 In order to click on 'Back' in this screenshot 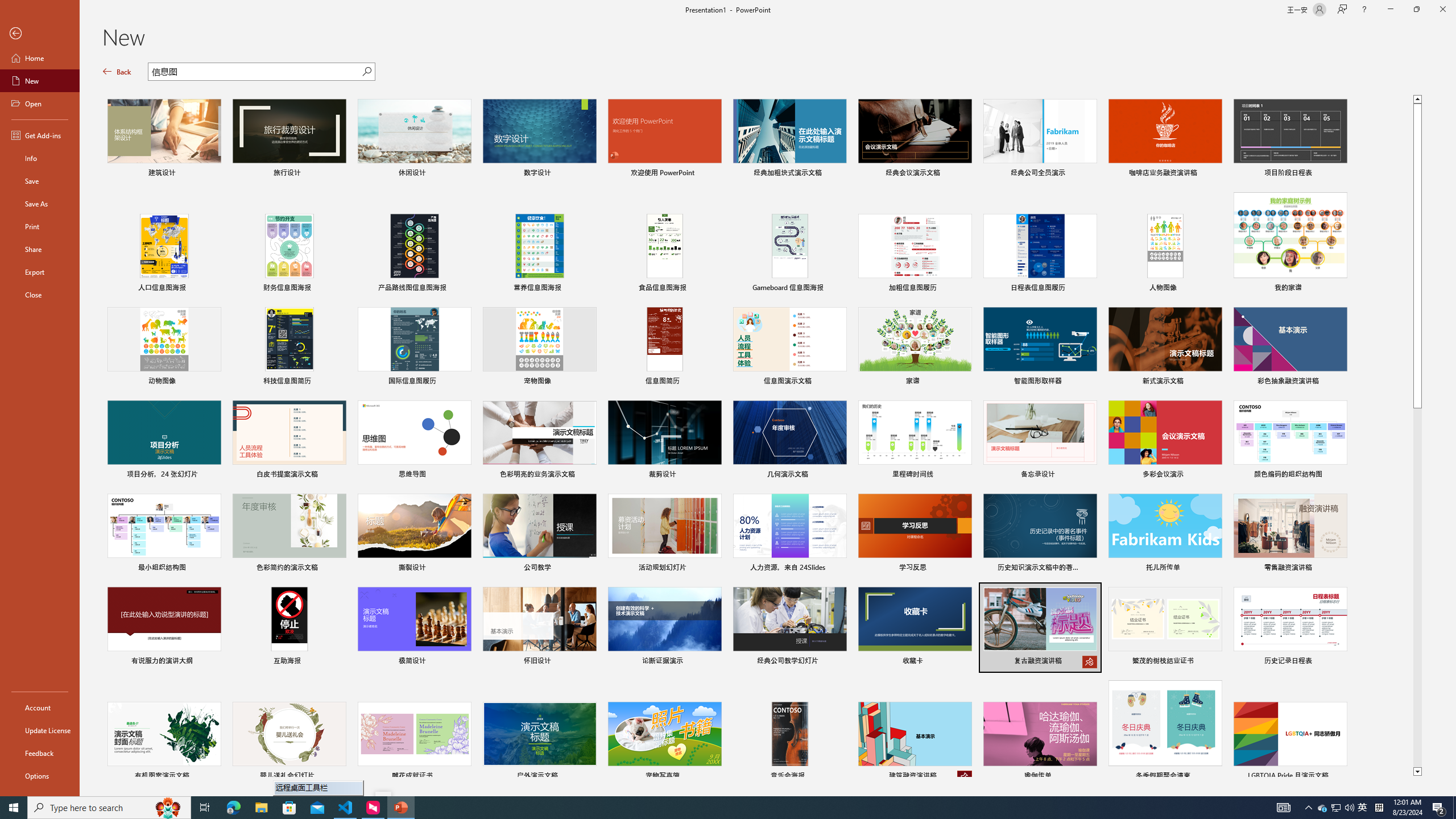, I will do `click(118, 71)`.